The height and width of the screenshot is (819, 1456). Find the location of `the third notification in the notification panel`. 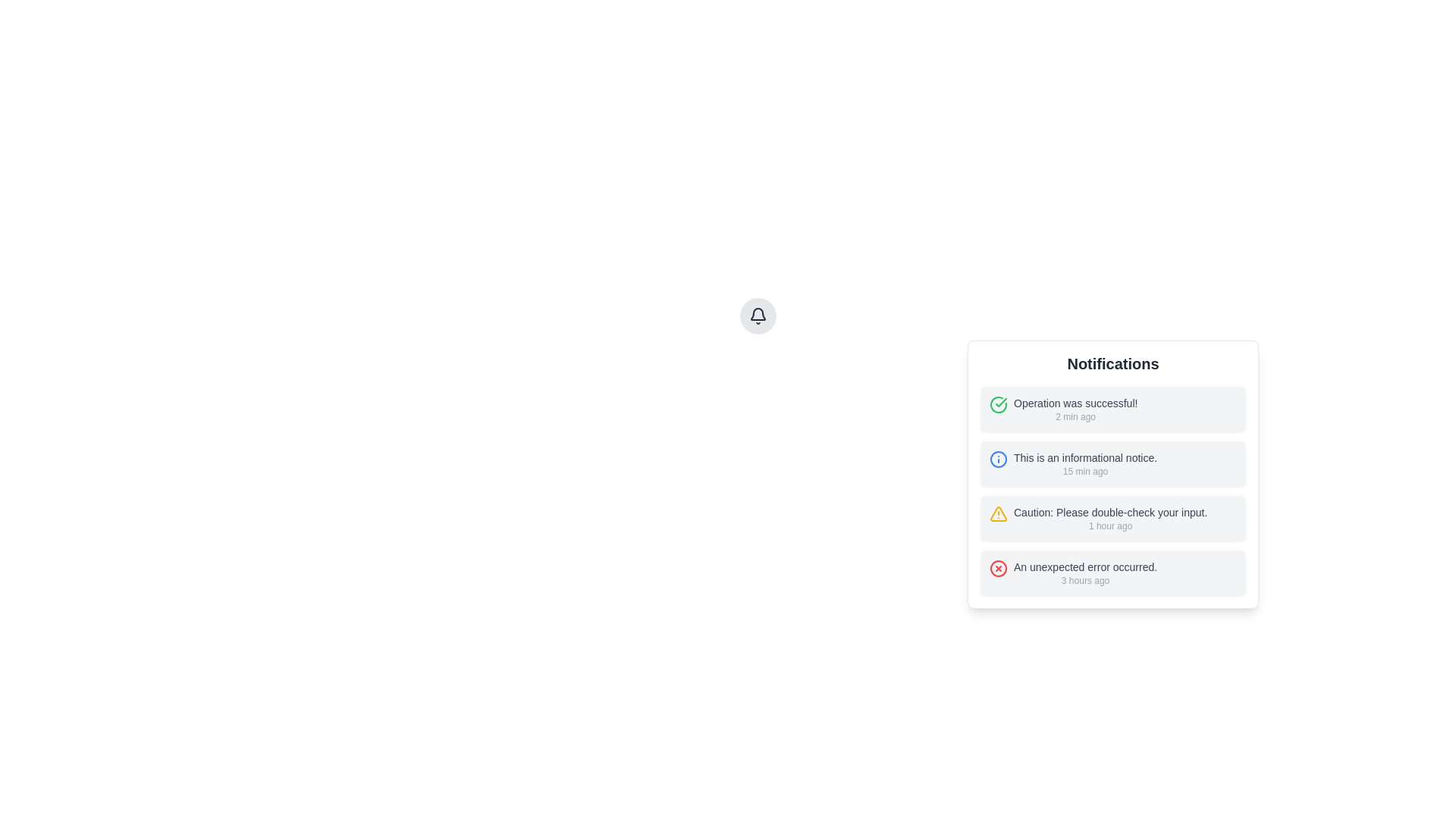

the third notification in the notification panel is located at coordinates (1113, 517).